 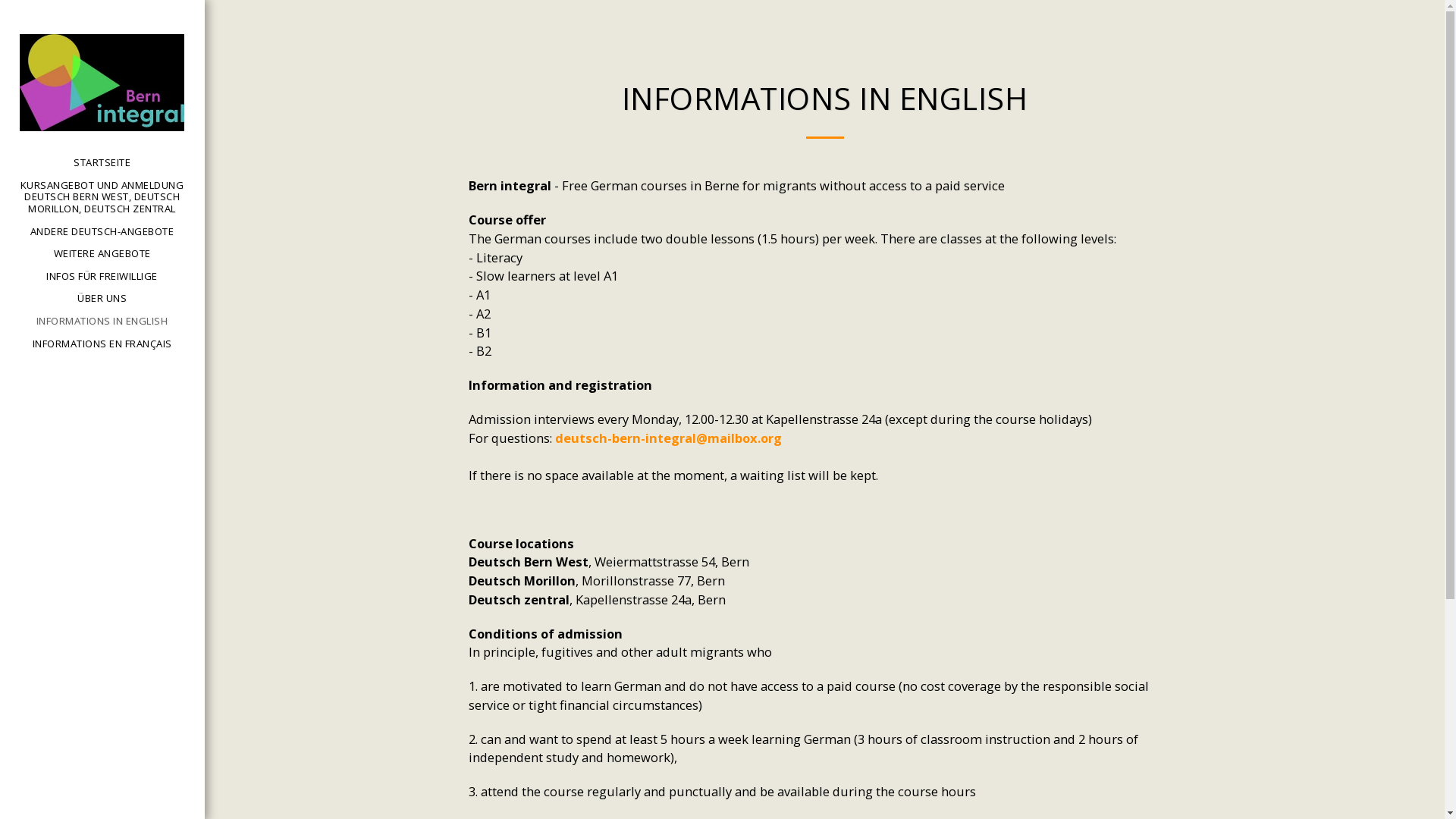 I want to click on 'deutsch-bern-integral@mailbox.org', so click(x=667, y=438).